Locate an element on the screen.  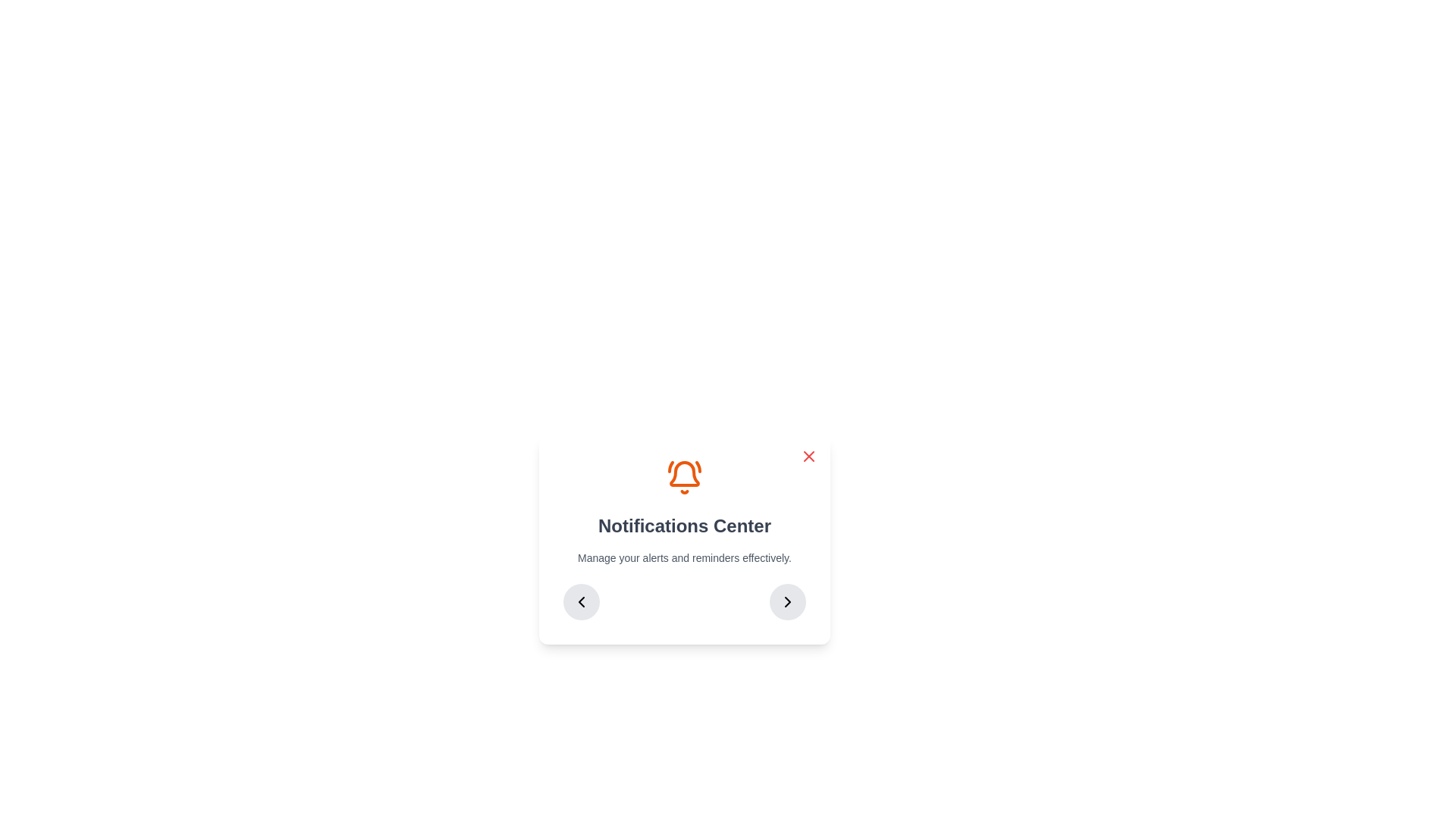
the chevron-right icon located in the center of the circular button at the bottom right corner of the notification card is located at coordinates (787, 601).